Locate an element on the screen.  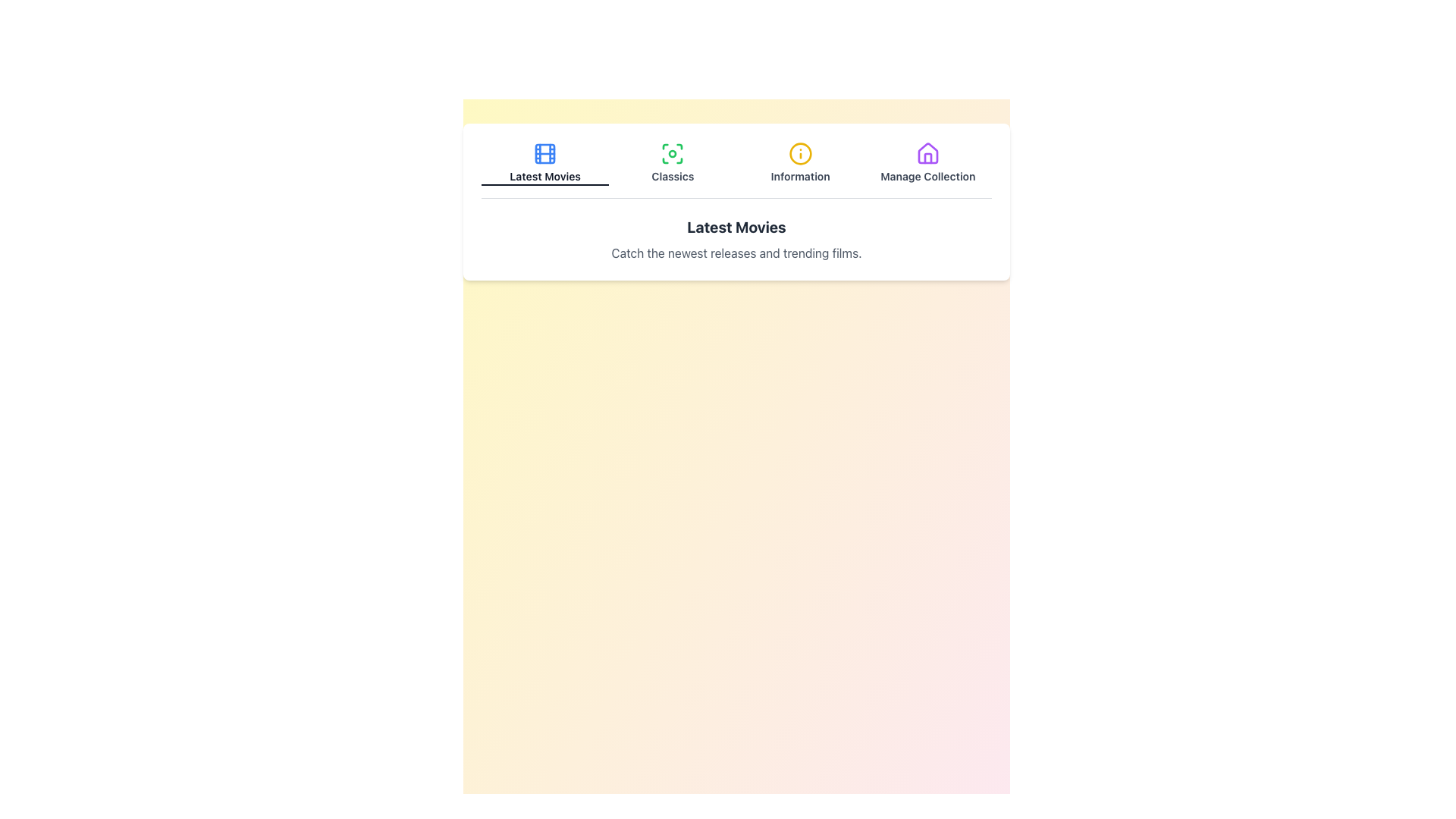
the blue film reel icon button labeled 'Latest Movies' to trigger the tooltip effect is located at coordinates (545, 164).